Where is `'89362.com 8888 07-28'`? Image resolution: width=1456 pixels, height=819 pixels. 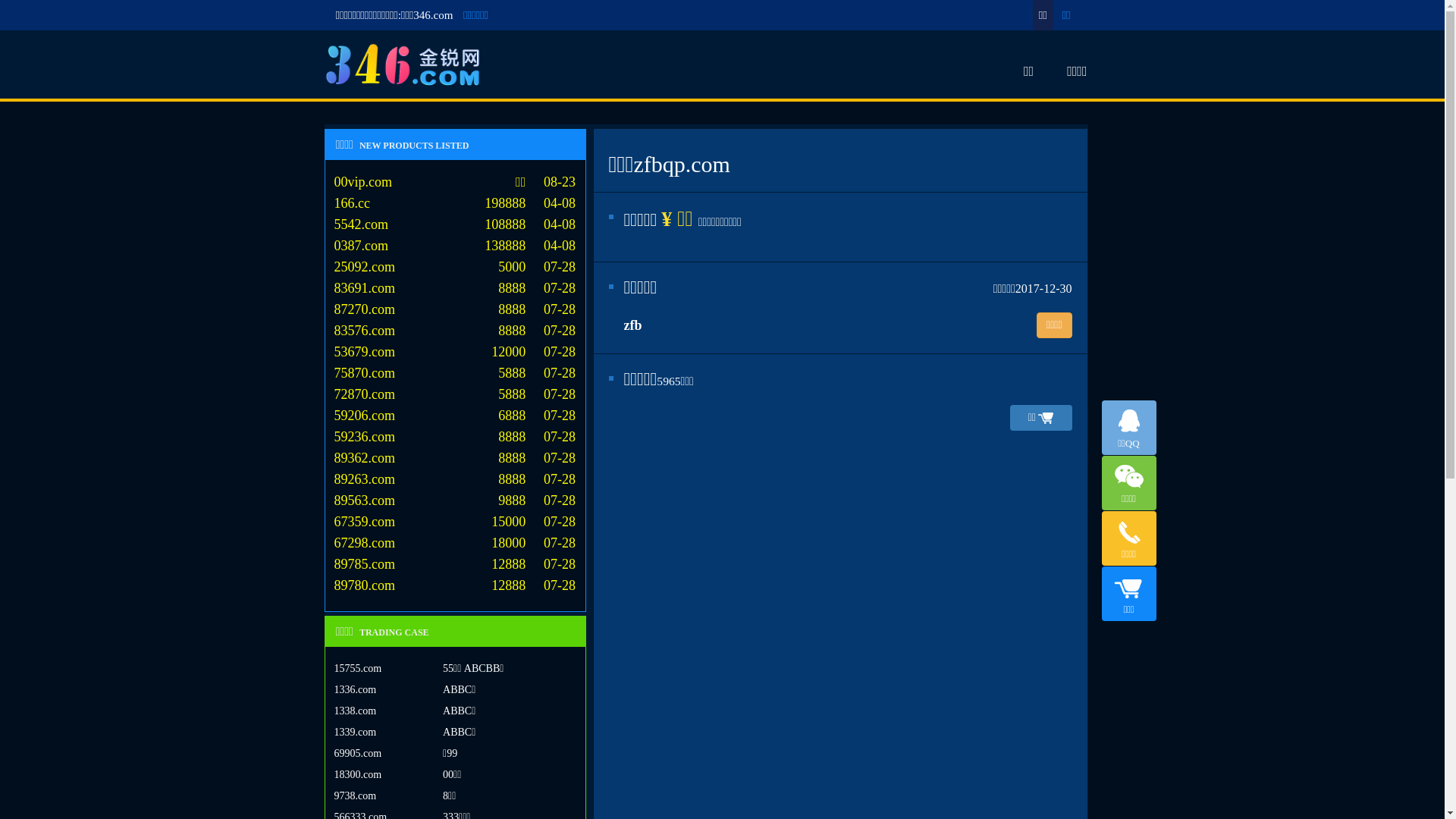
'89362.com 8888 07-28' is located at coordinates (453, 463).